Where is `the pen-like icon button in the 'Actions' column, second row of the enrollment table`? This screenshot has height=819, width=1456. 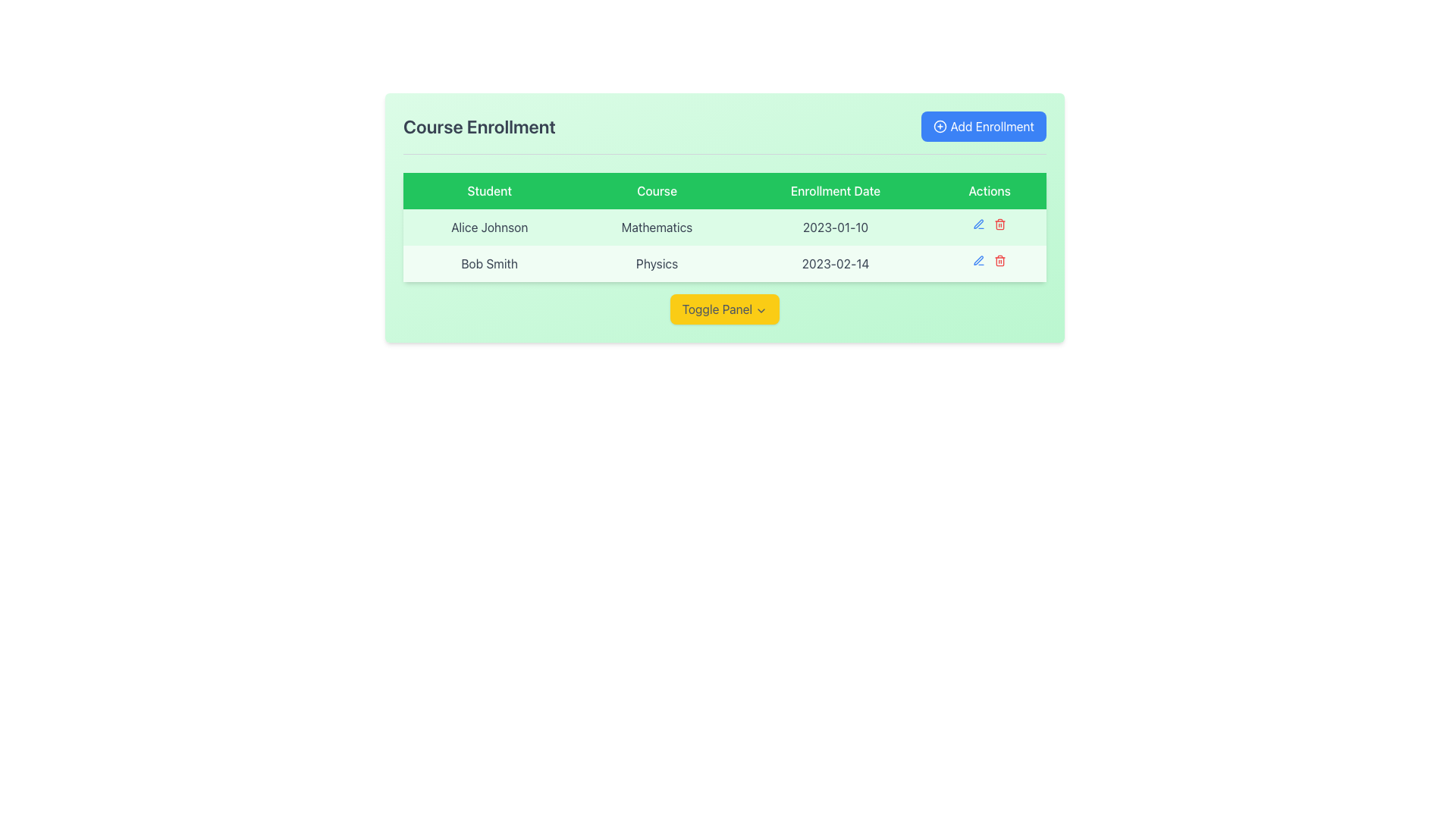 the pen-like icon button in the 'Actions' column, second row of the enrollment table is located at coordinates (978, 259).